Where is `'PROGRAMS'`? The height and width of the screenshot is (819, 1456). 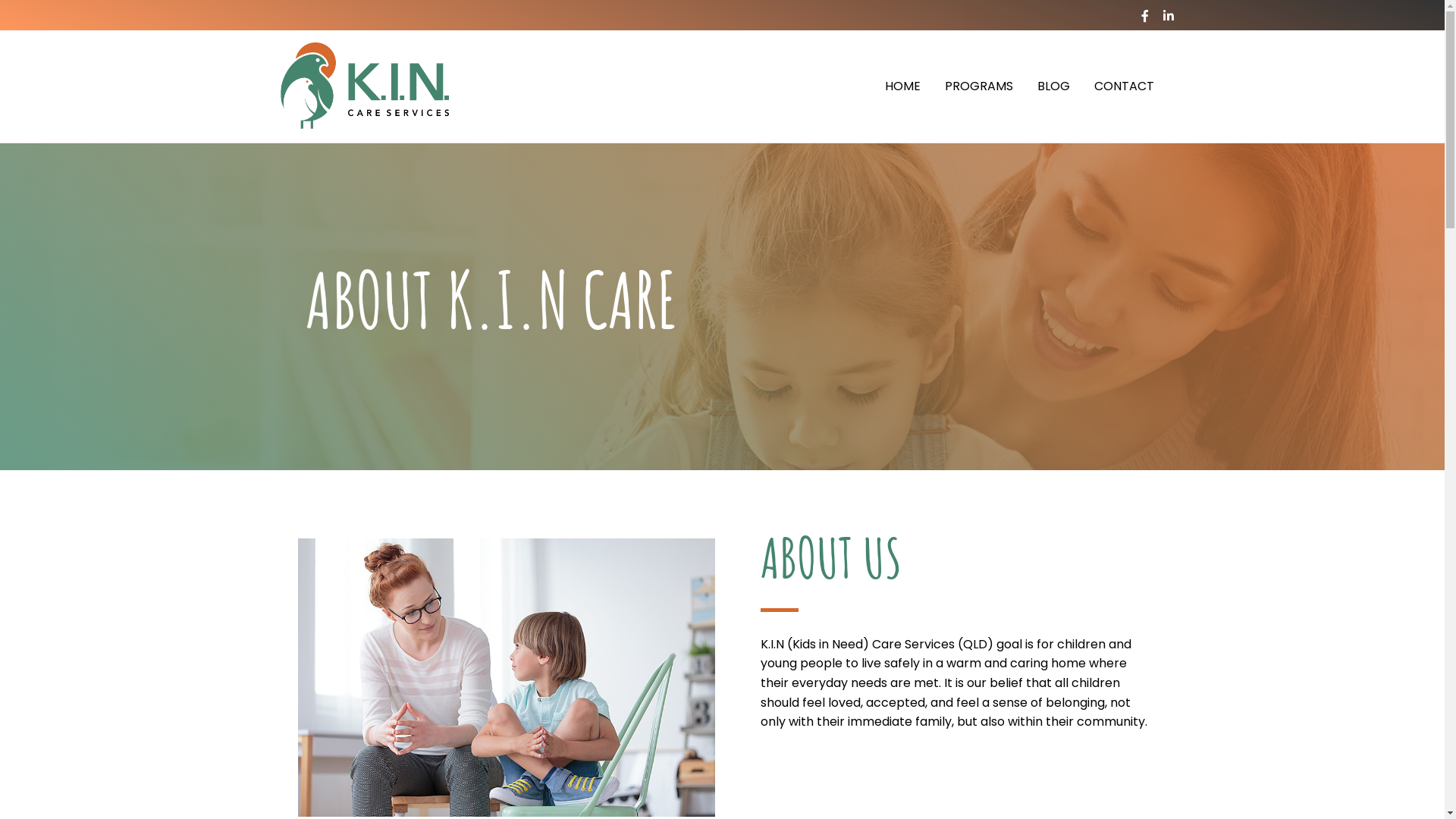 'PROGRAMS' is located at coordinates (979, 86).